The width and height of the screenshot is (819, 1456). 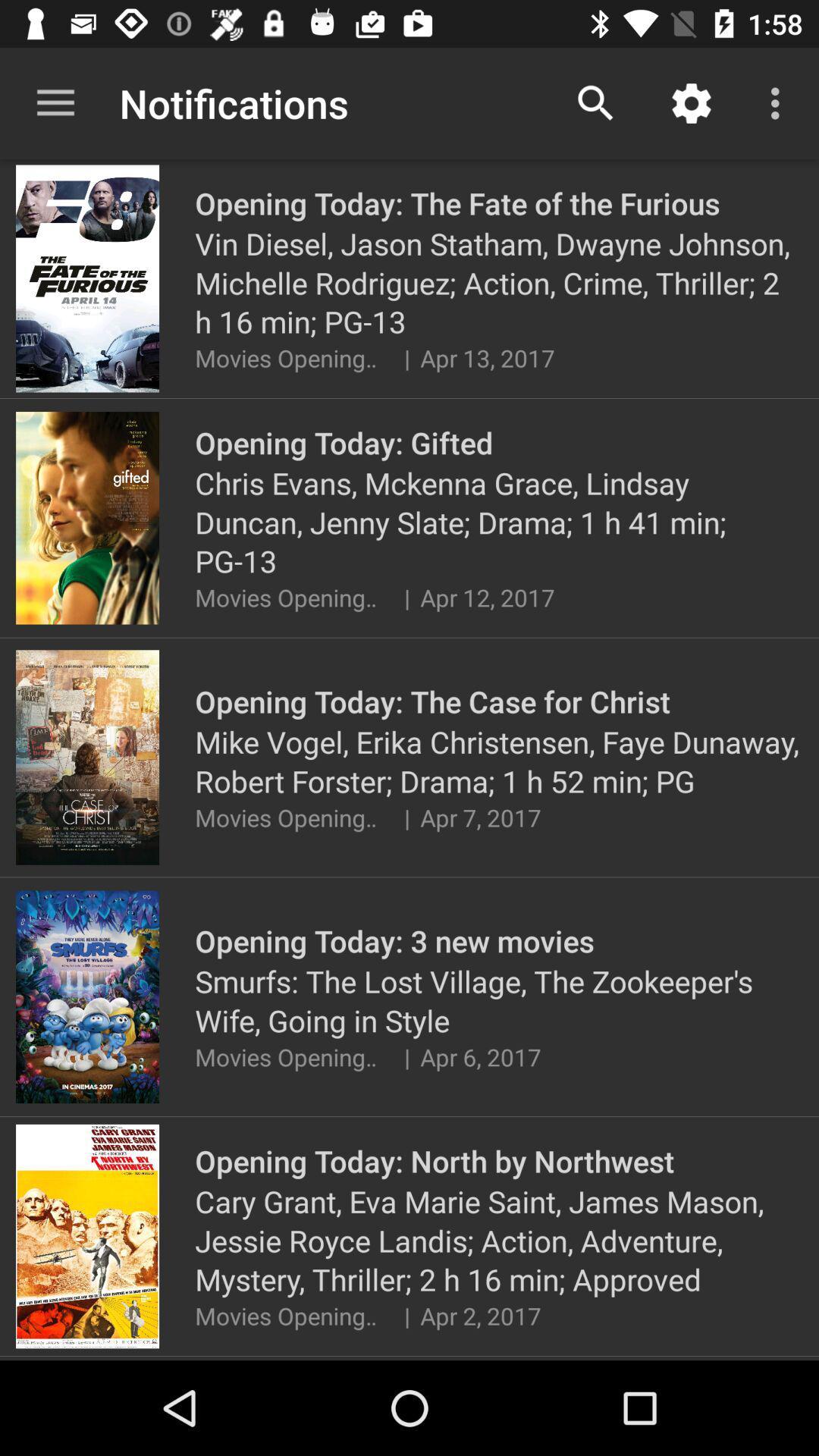 I want to click on app to the left of notifications icon, so click(x=55, y=102).